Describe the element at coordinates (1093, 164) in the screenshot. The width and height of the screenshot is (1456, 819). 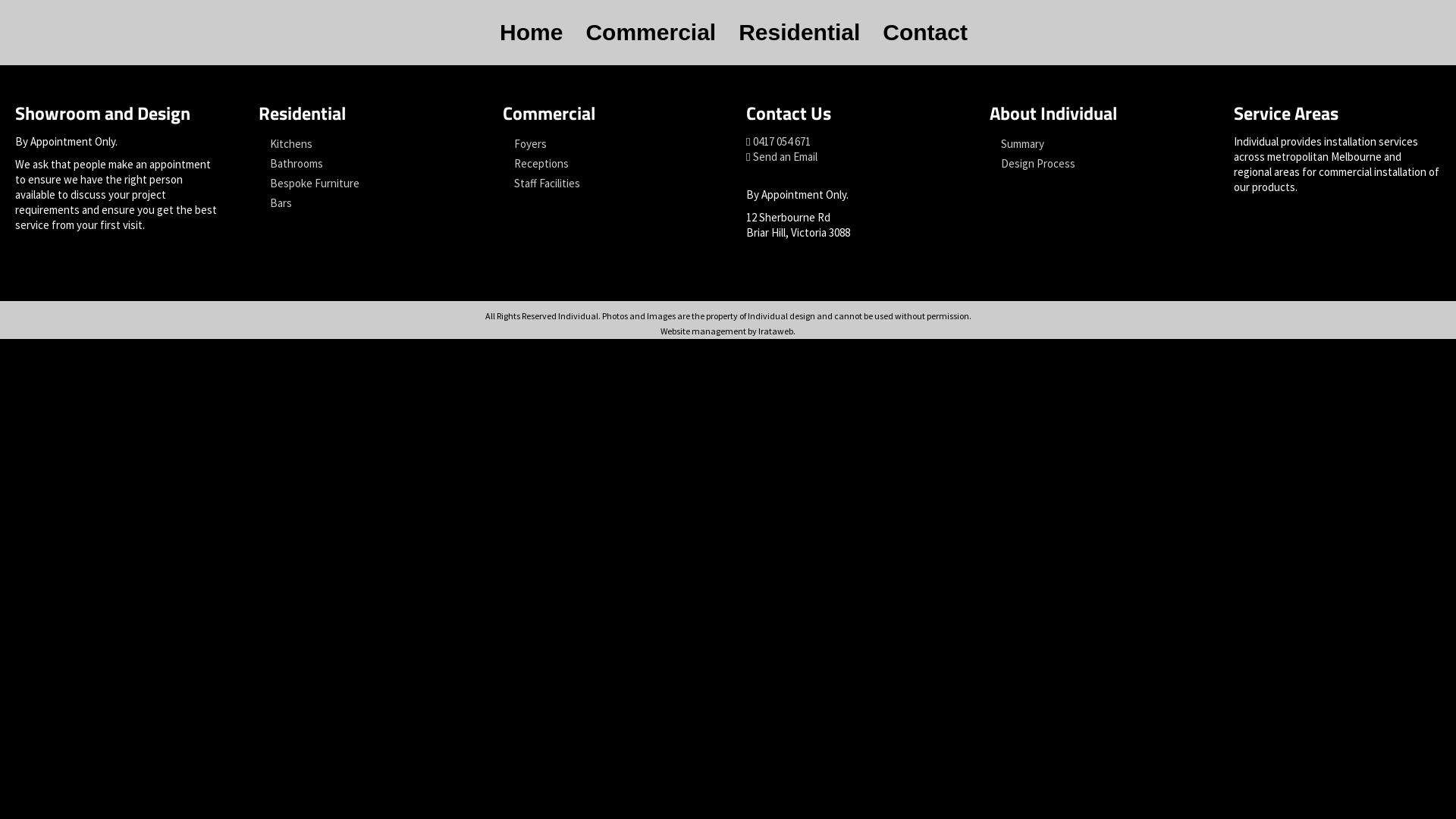
I see `'Design Process'` at that location.